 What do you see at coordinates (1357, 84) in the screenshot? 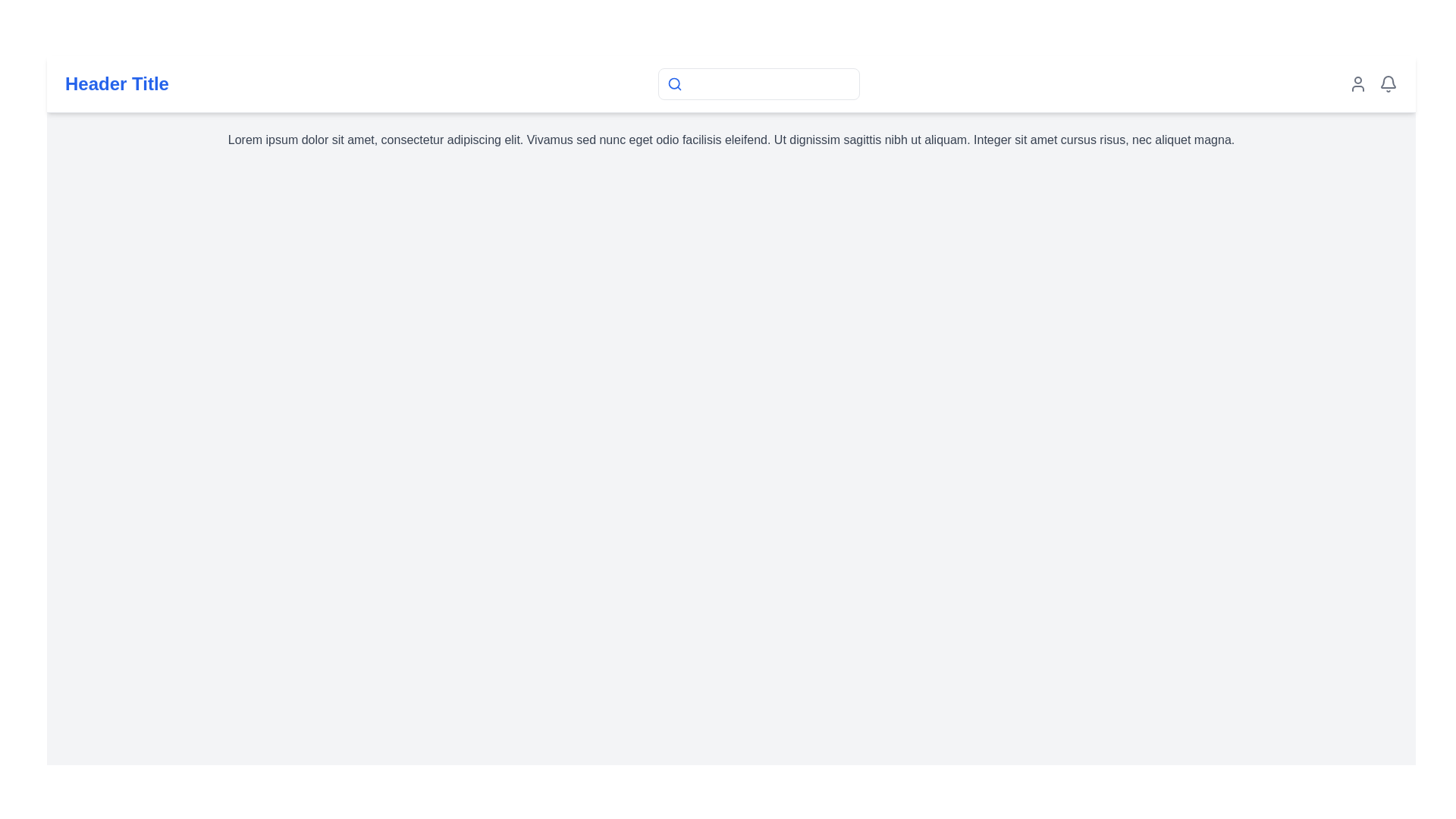
I see `the user profile icon, which is a gray person-outline icon located at the top-right corner of the header section, to change its color for visual feedback` at bounding box center [1357, 84].